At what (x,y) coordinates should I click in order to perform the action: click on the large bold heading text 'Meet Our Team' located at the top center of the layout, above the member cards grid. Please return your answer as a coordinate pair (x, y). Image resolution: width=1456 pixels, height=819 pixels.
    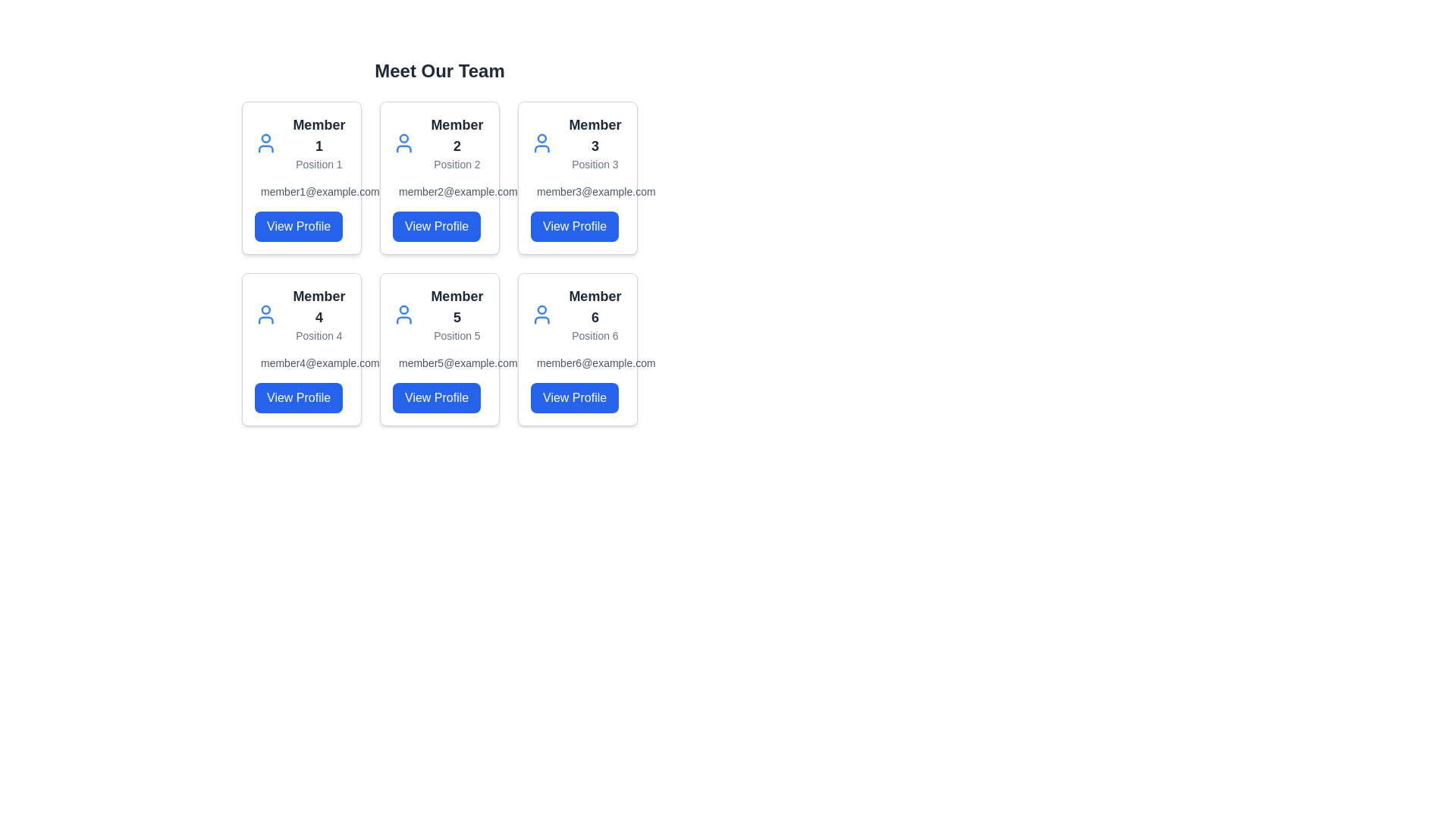
    Looking at the image, I should click on (439, 71).